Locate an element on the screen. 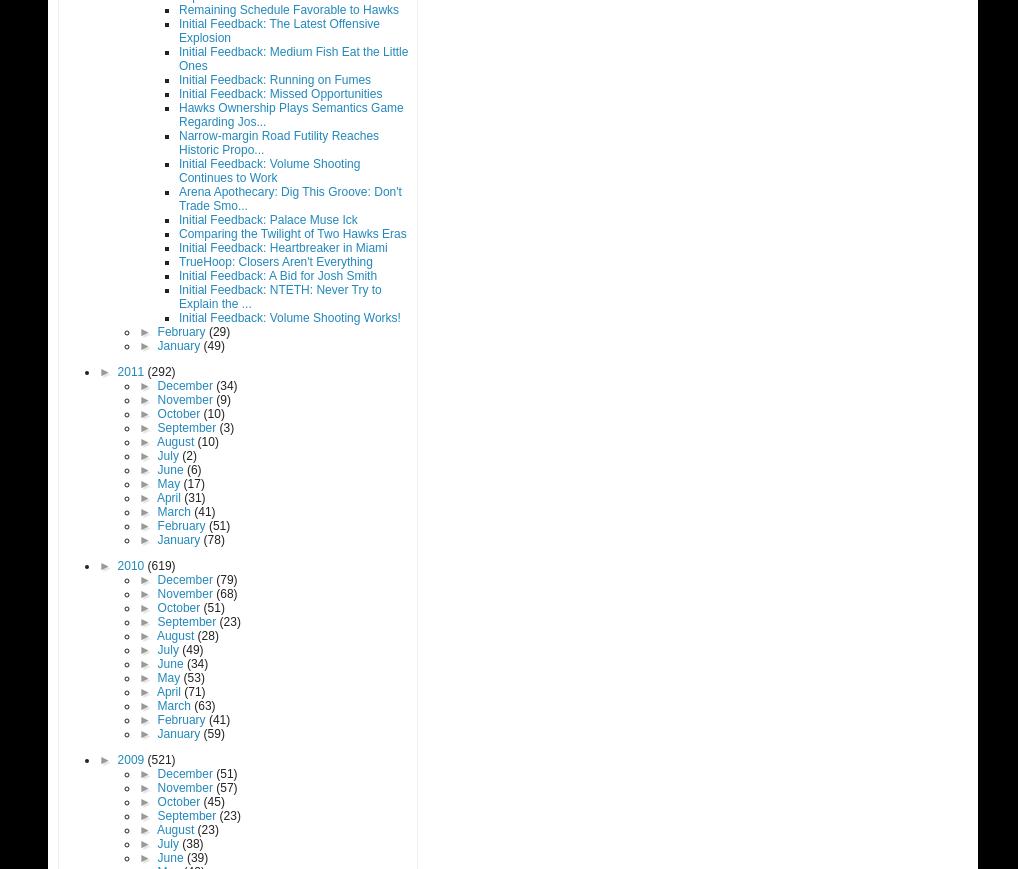 This screenshot has width=1018, height=869. '(28)' is located at coordinates (206, 636).